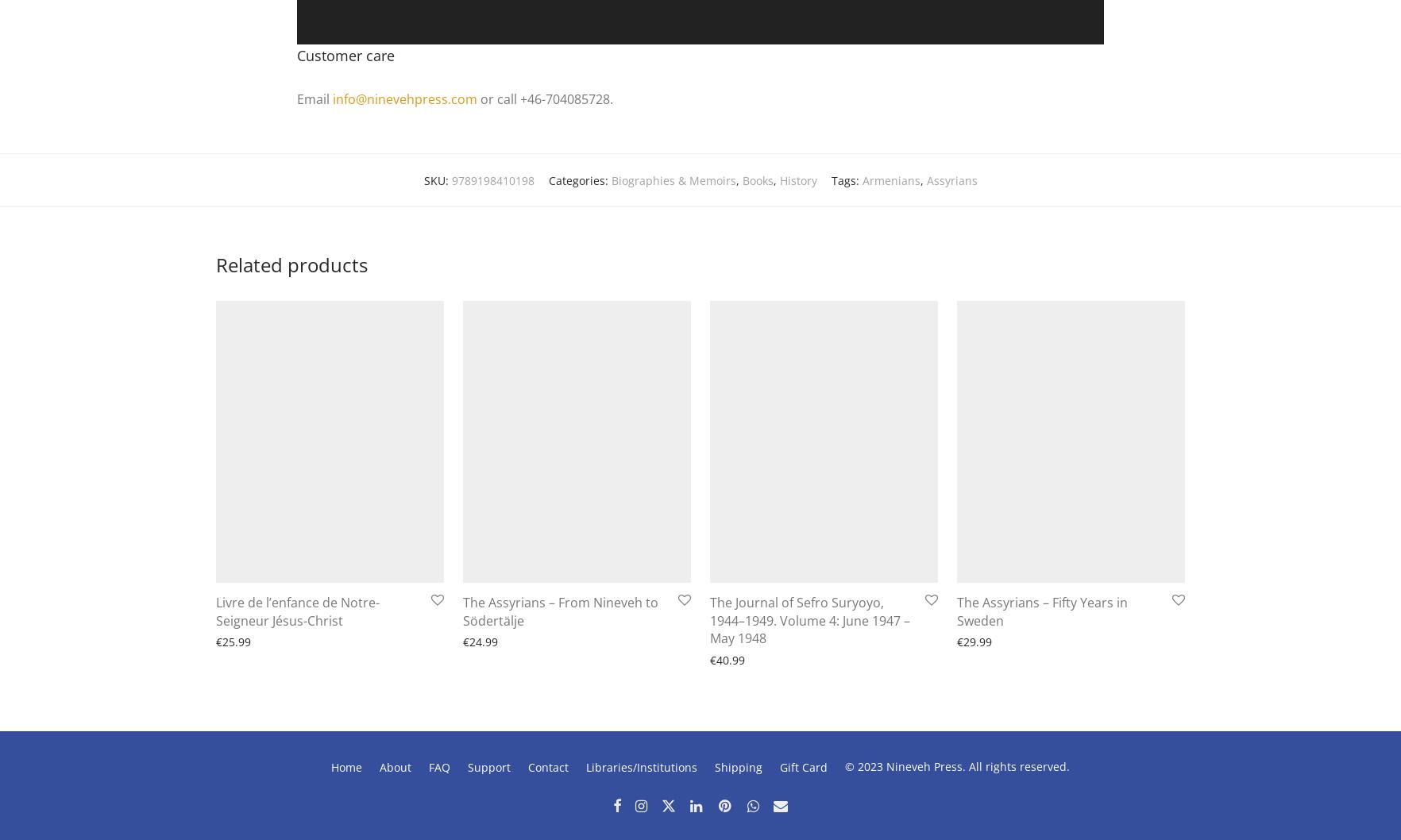  What do you see at coordinates (439, 766) in the screenshot?
I see `'FAQ'` at bounding box center [439, 766].